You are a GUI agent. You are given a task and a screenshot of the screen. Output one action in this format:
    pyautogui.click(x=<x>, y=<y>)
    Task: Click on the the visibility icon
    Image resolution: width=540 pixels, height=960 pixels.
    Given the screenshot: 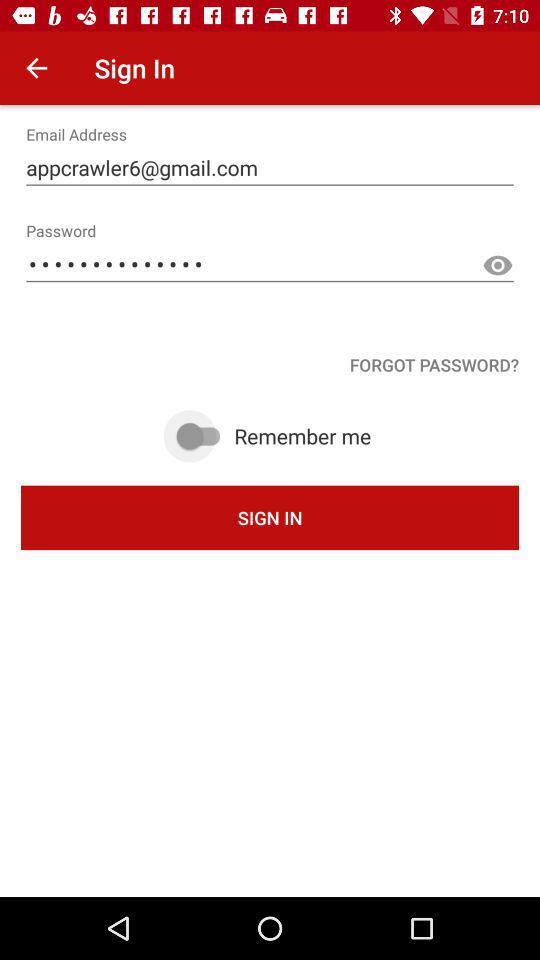 What is the action you would take?
    pyautogui.click(x=496, y=265)
    